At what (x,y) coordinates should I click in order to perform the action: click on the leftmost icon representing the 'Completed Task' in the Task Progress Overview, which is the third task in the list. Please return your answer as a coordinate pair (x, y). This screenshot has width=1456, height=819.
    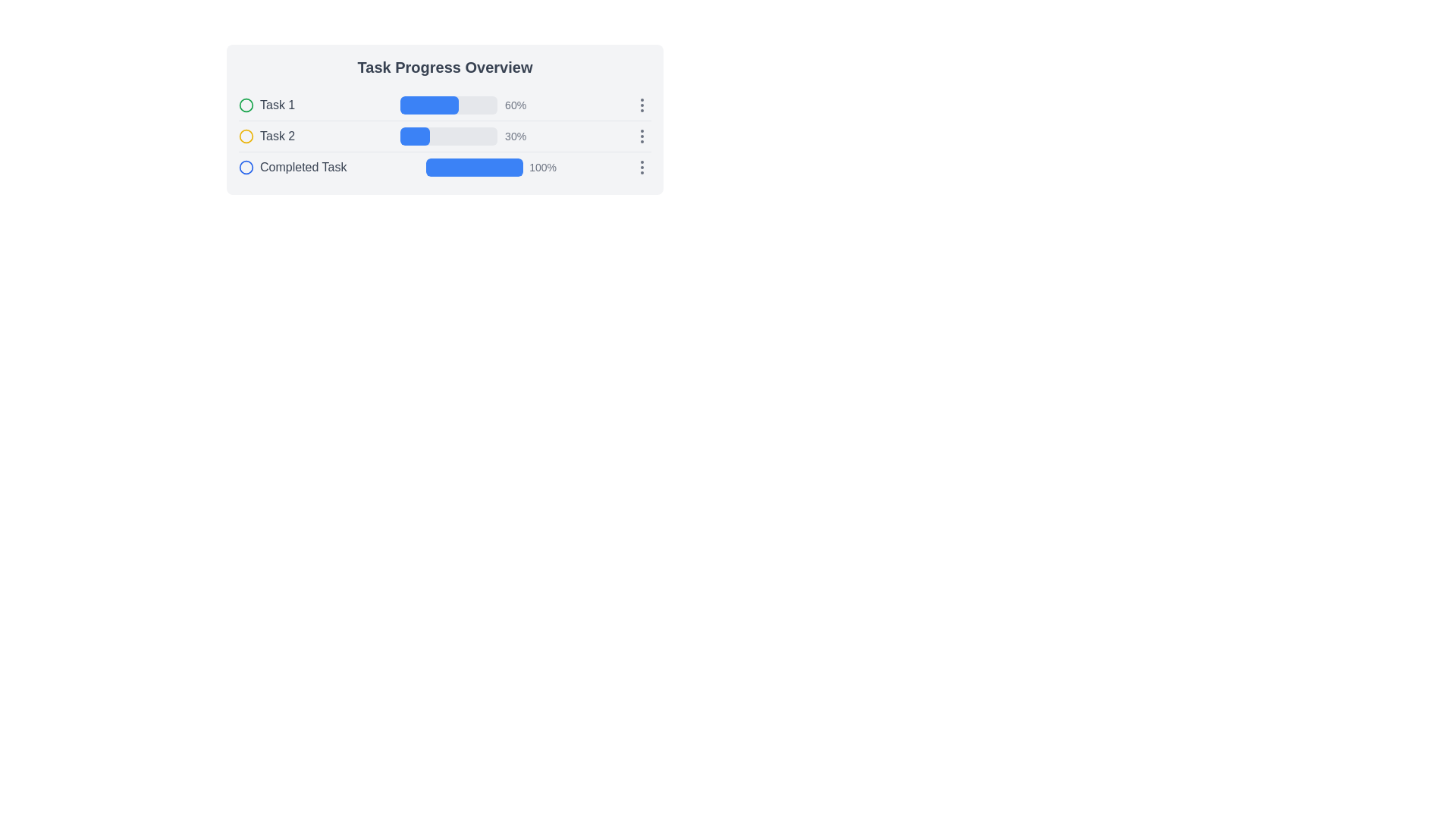
    Looking at the image, I should click on (246, 167).